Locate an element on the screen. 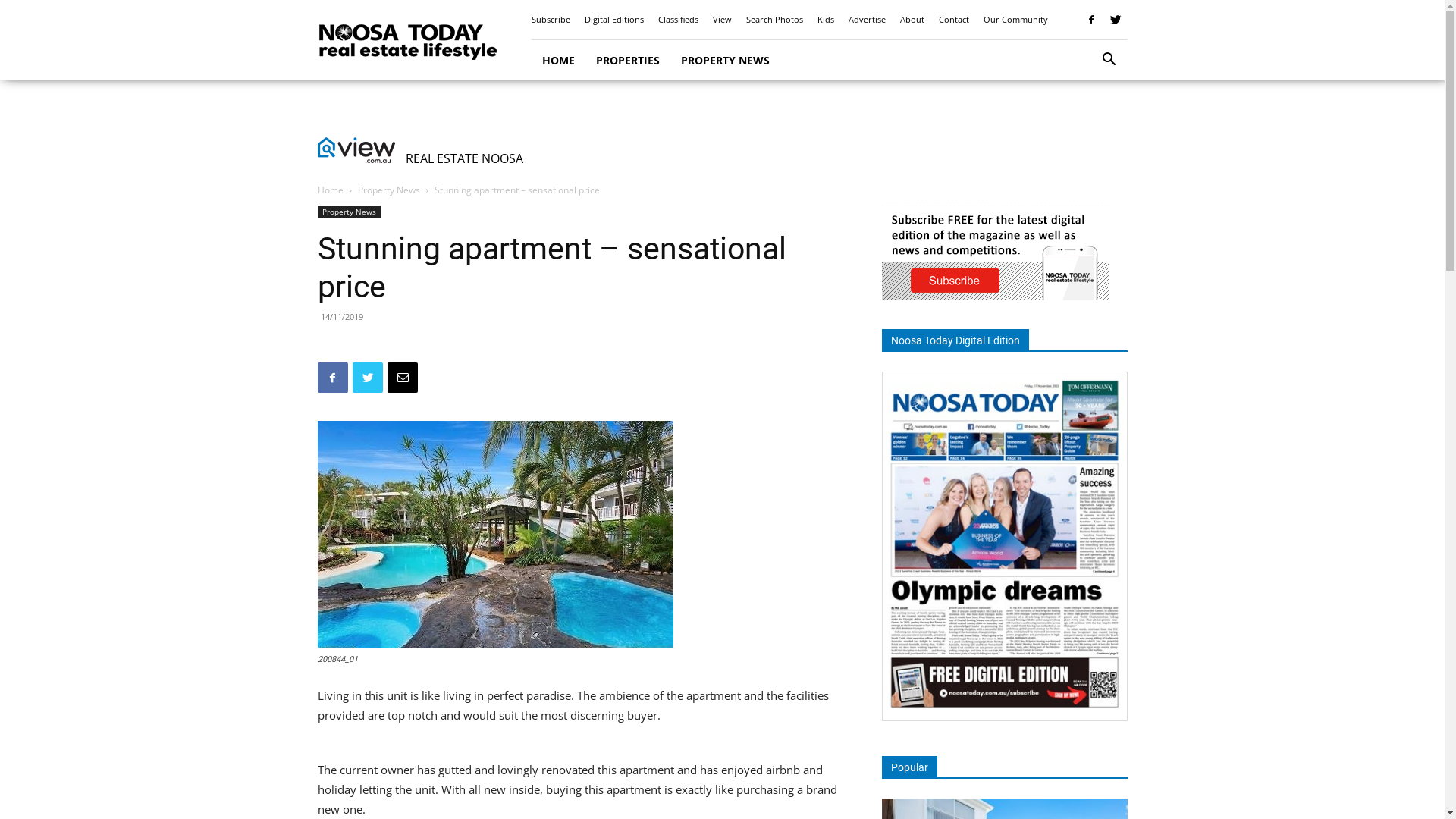 The image size is (1456, 819). 'Home' is located at coordinates (329, 189).